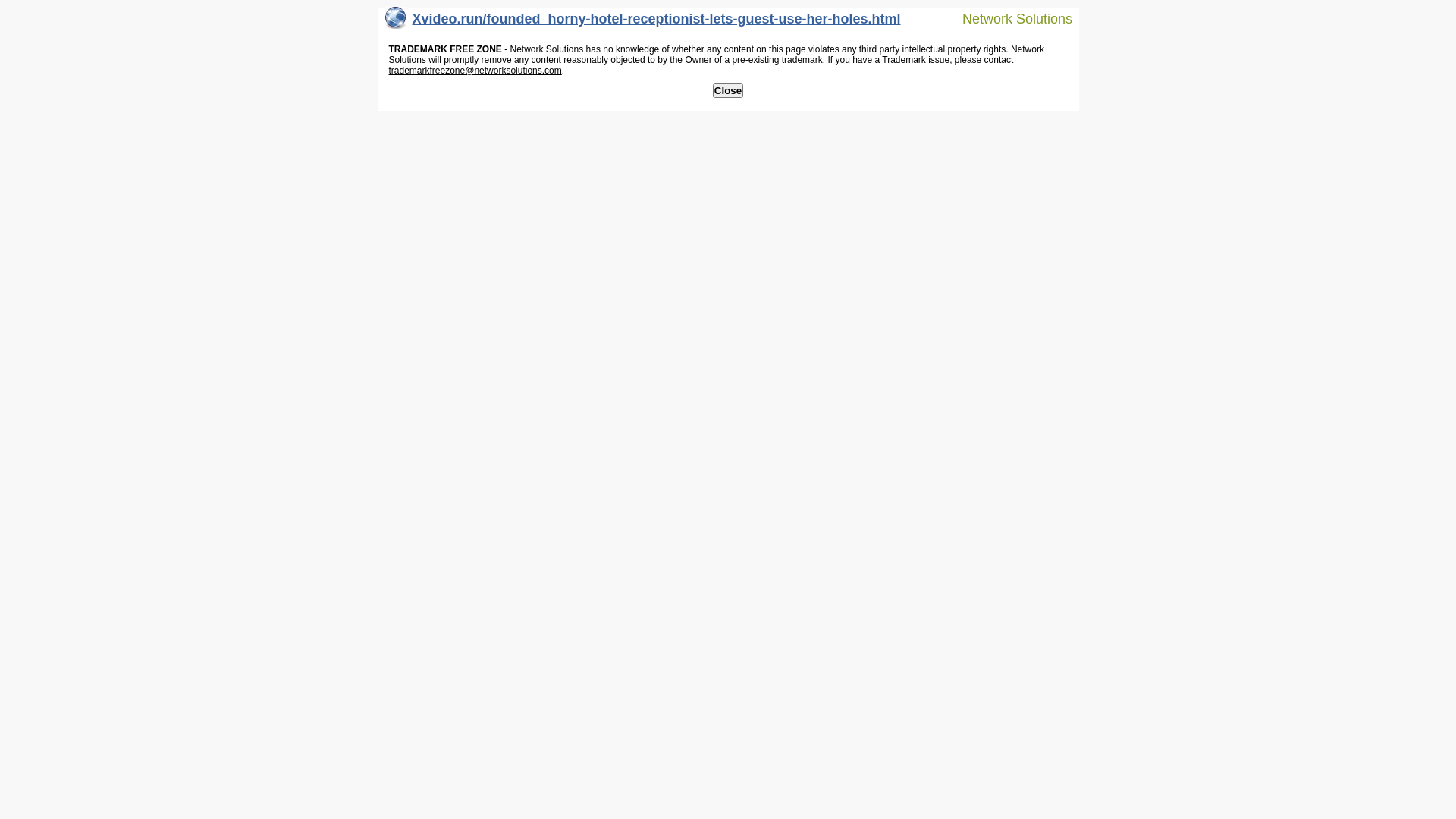 This screenshot has width=1456, height=819. I want to click on 'Close', so click(728, 90).